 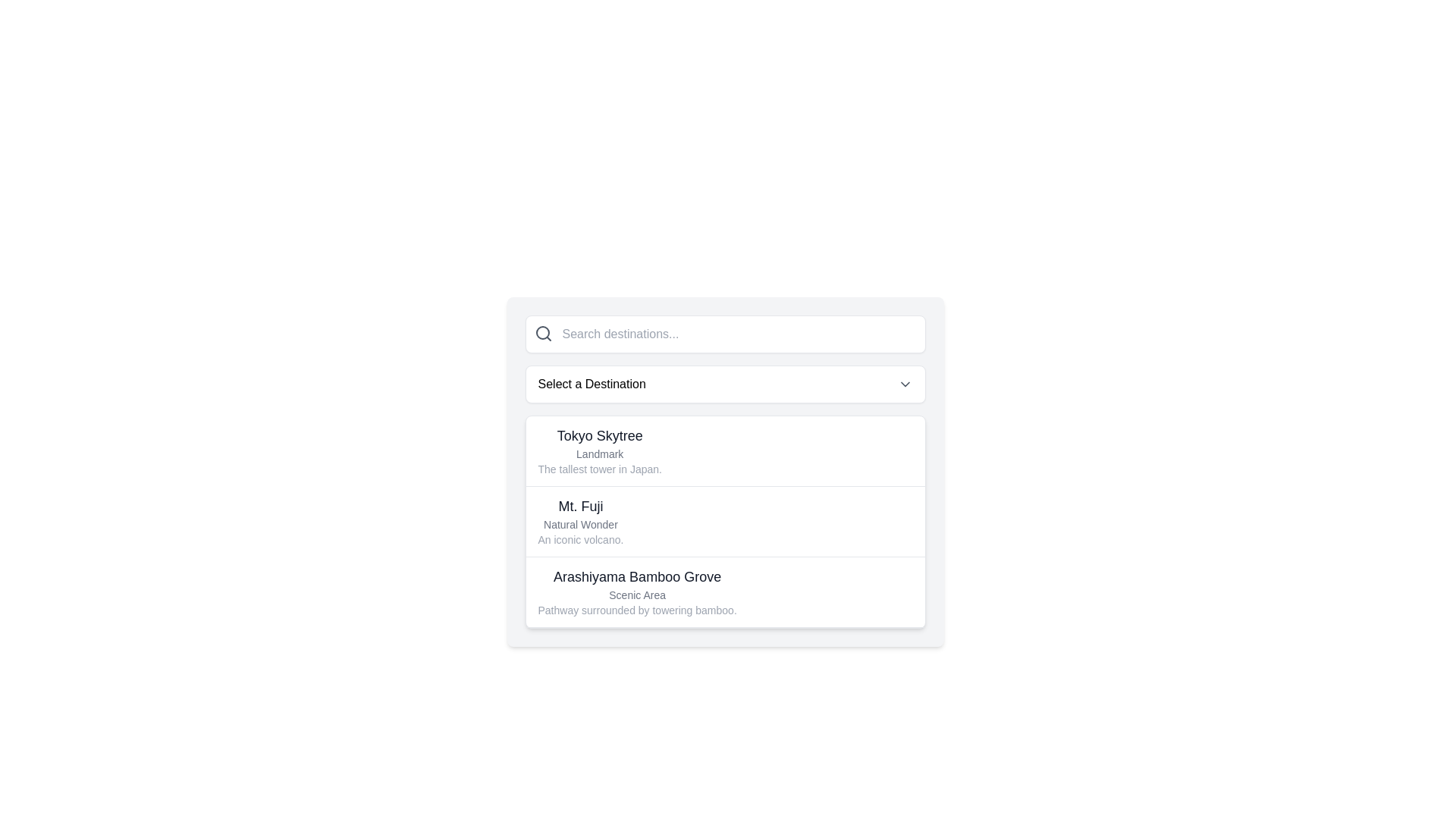 What do you see at coordinates (579, 523) in the screenshot?
I see `the text label 'Natural Wonder' which is styled in gray color and located under the title 'Mt. Fuji'` at bounding box center [579, 523].